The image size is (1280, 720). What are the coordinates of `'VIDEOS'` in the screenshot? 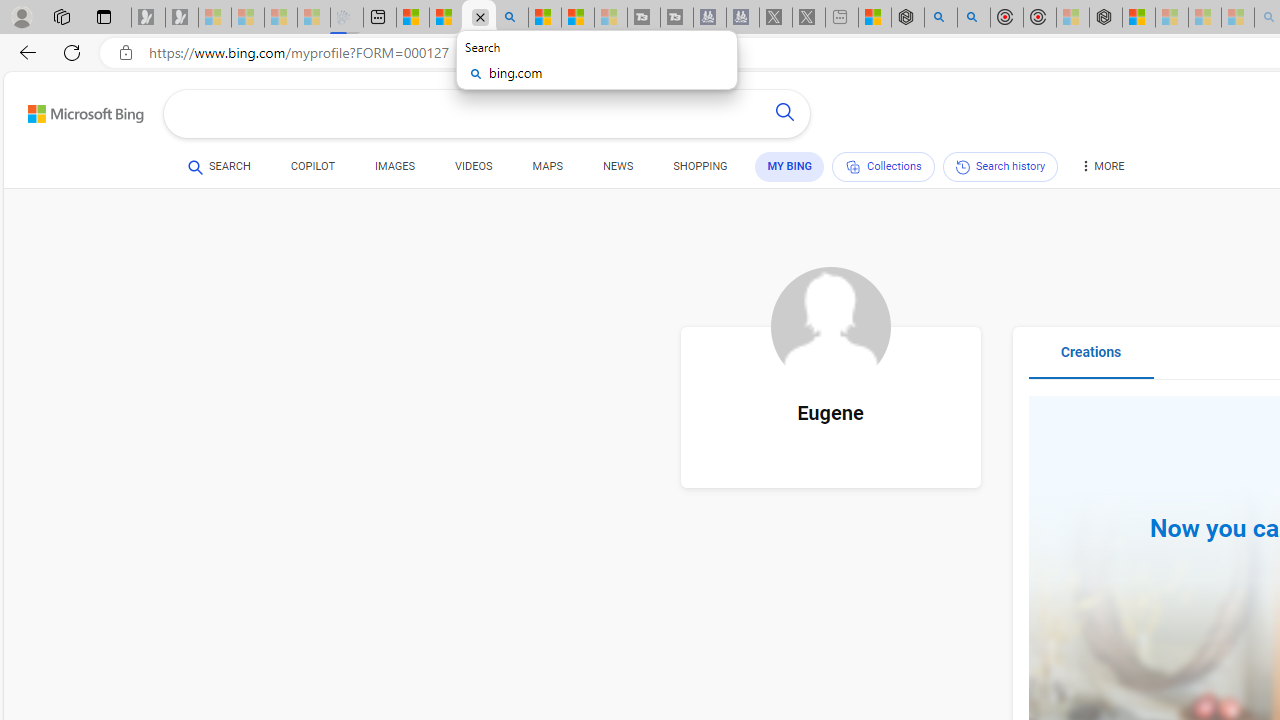 It's located at (473, 166).